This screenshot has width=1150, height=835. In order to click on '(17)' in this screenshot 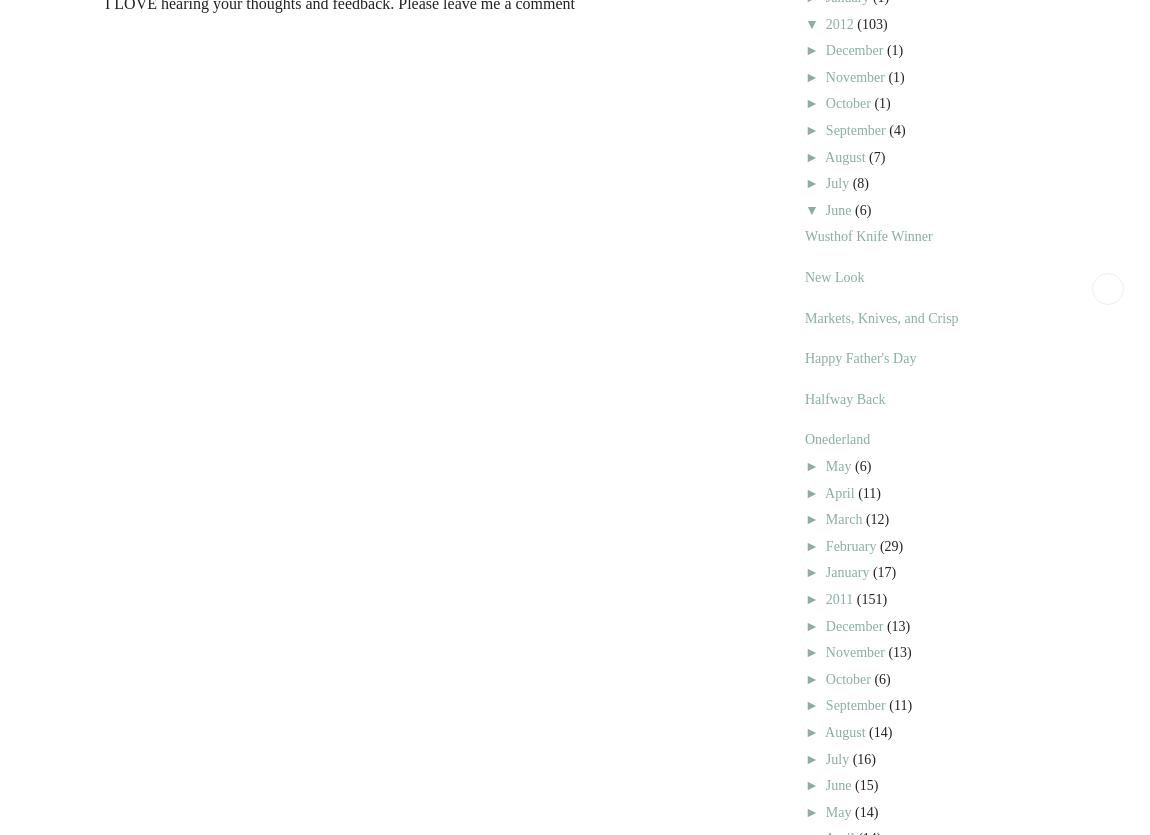, I will do `click(884, 572)`.